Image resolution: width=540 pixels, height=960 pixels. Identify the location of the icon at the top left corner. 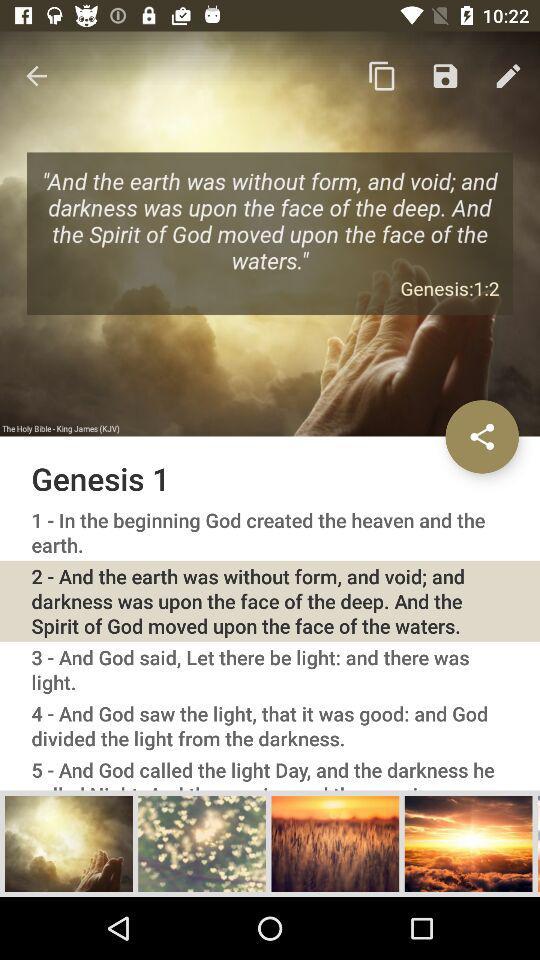
(36, 76).